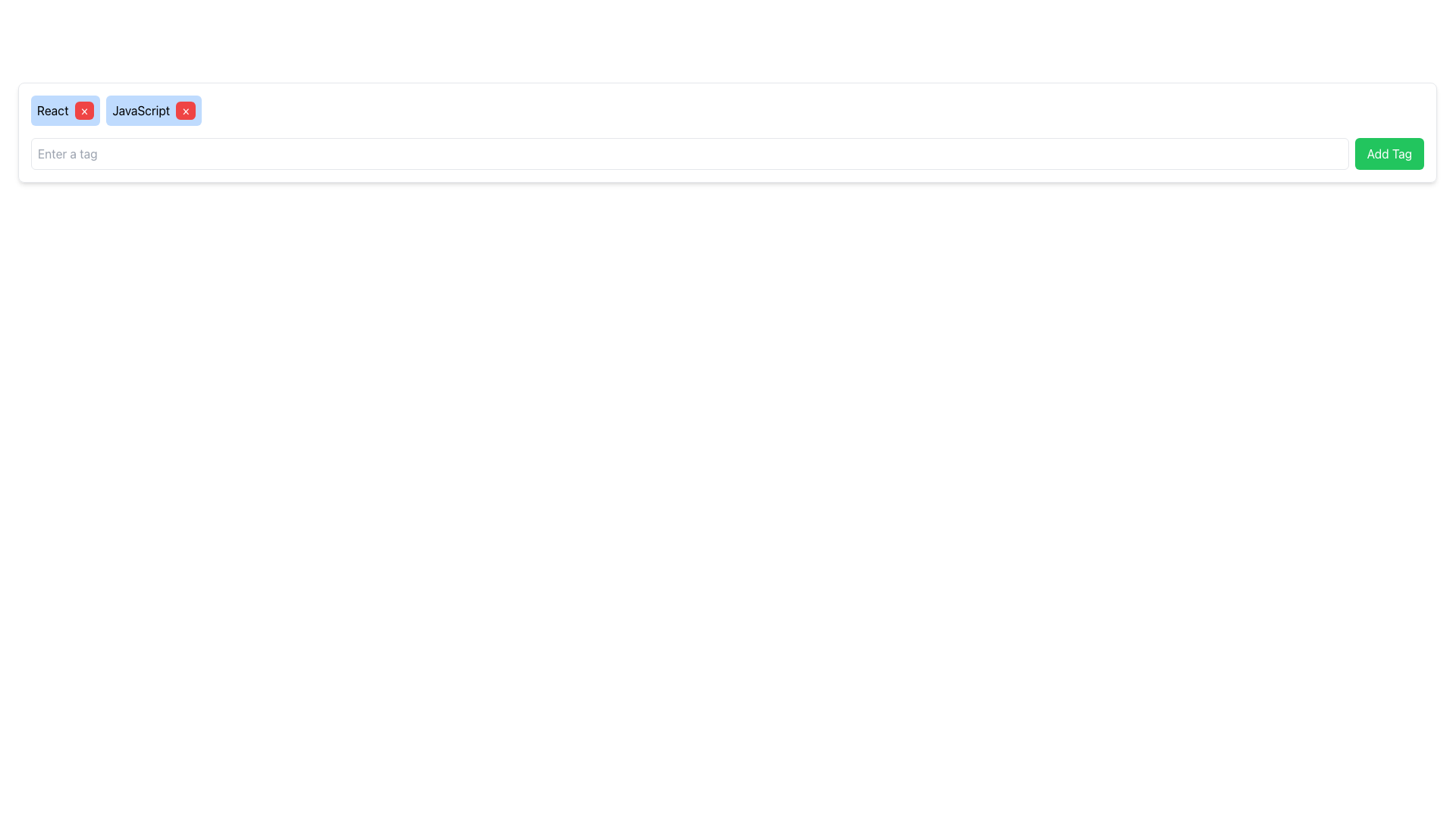 Image resolution: width=1456 pixels, height=819 pixels. I want to click on the close button, so click(83, 110).